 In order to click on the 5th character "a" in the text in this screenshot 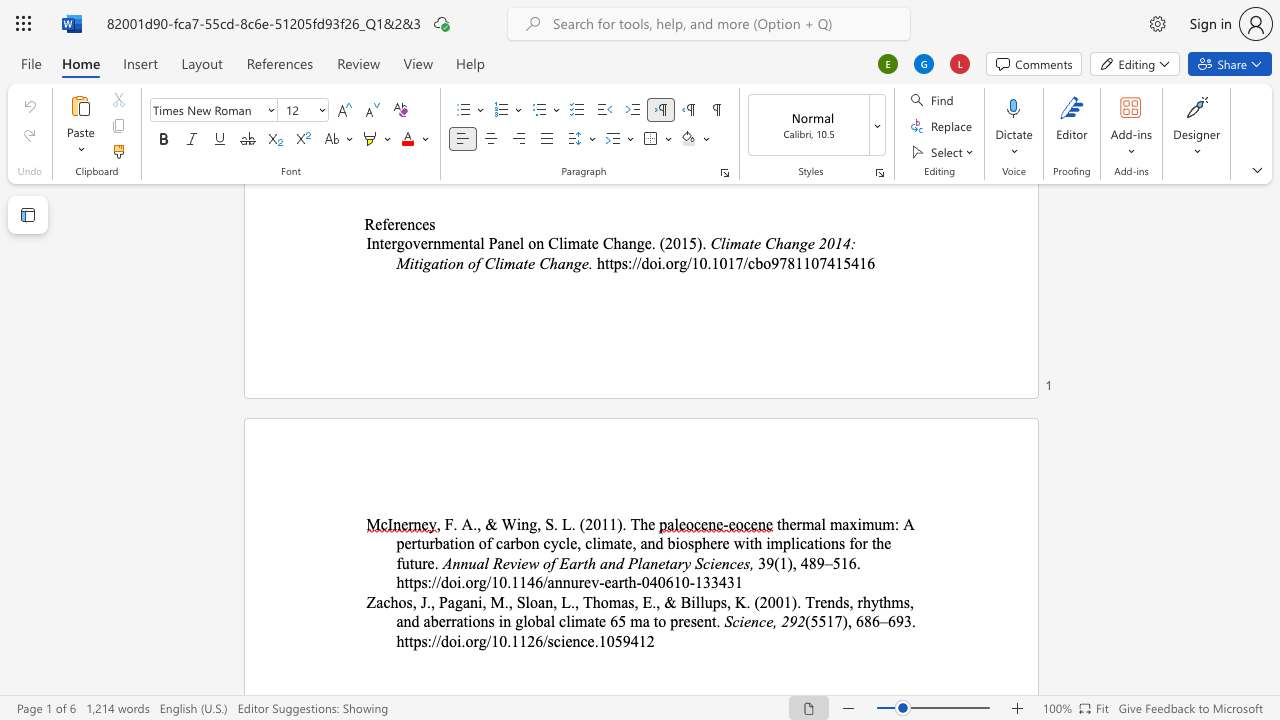, I will do `click(623, 601)`.